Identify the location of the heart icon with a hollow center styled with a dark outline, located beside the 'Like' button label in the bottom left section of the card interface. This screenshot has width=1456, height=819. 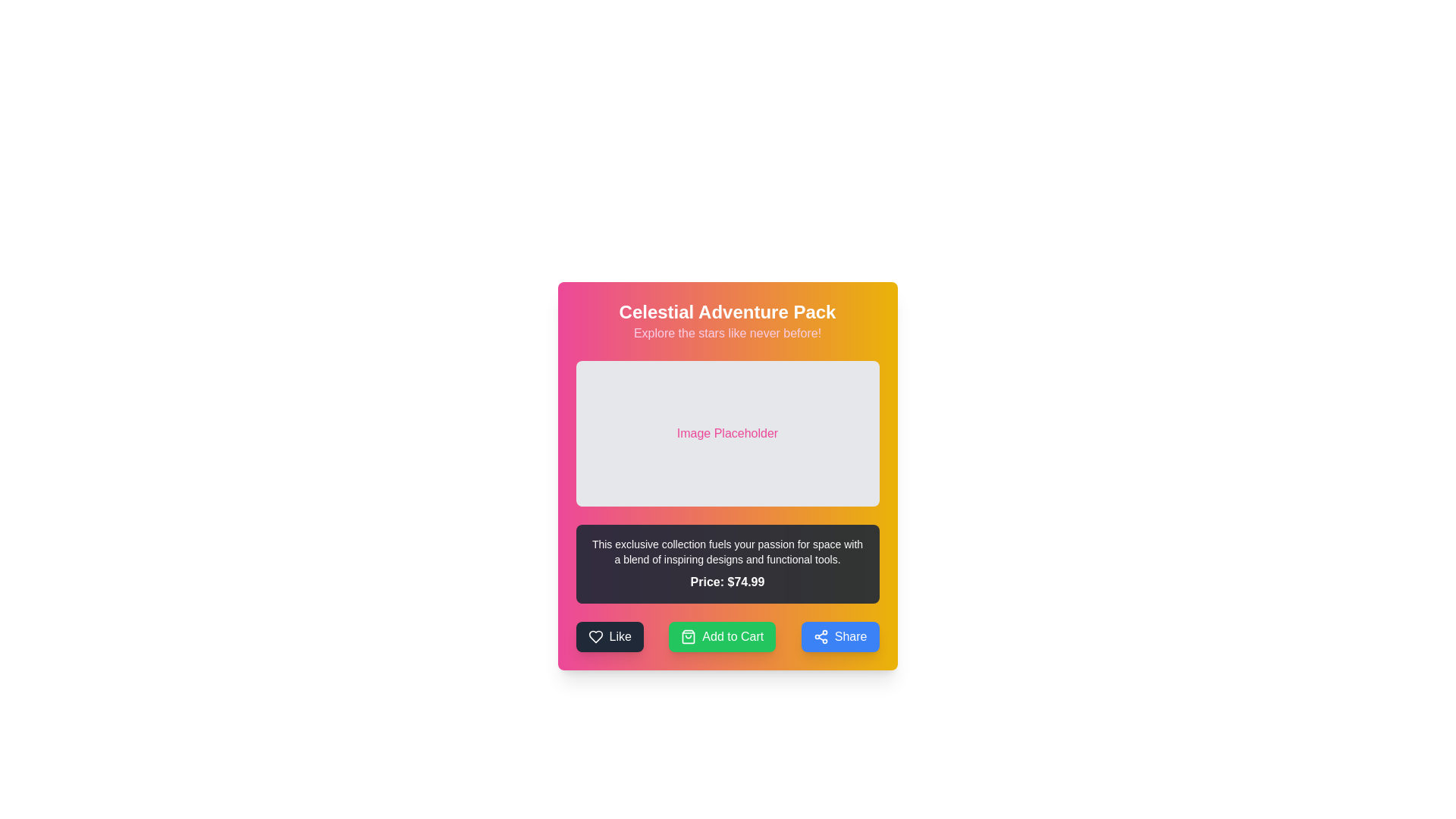
(595, 637).